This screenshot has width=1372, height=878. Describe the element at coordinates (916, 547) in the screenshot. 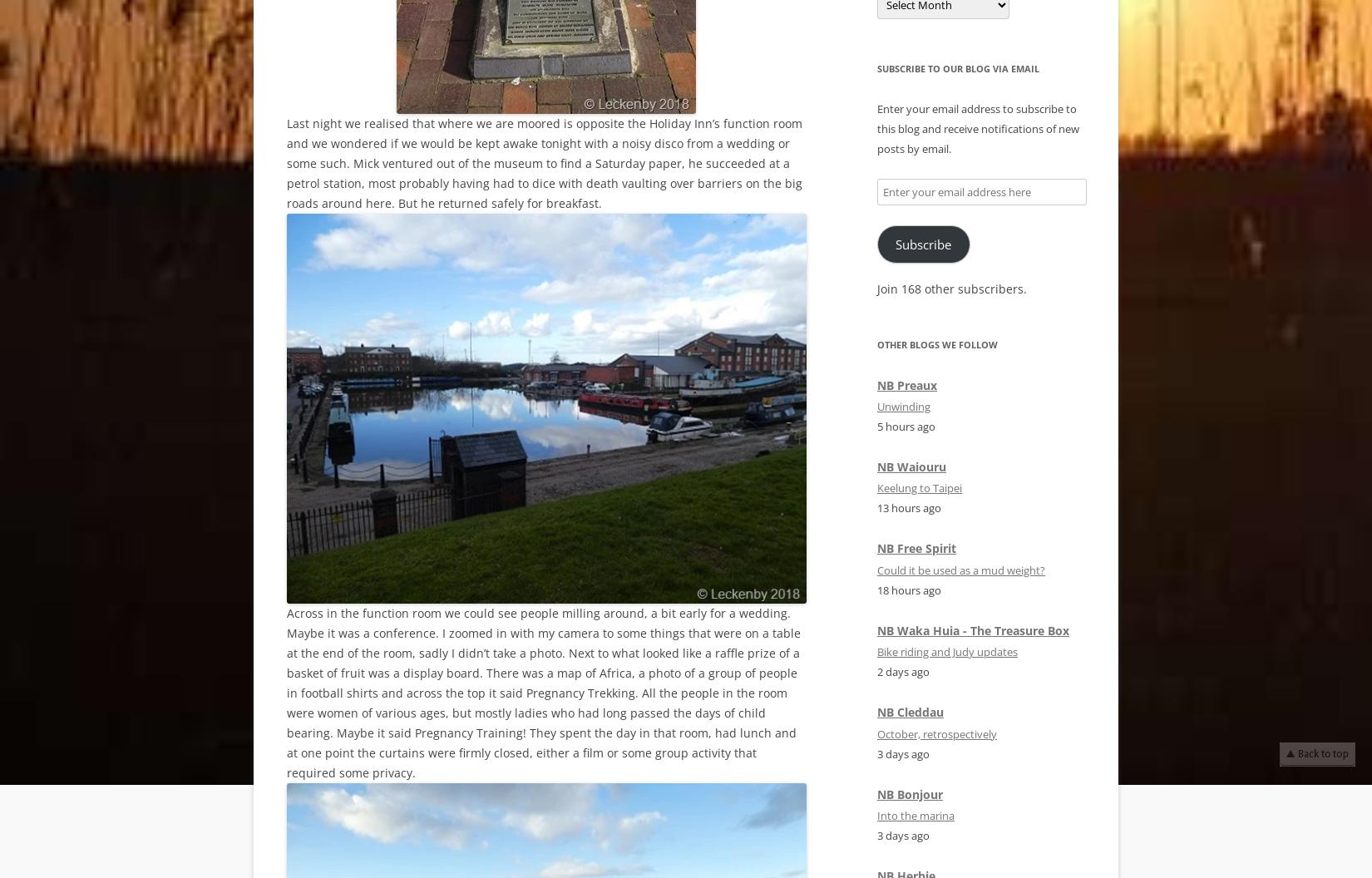

I see `'NB Free Spirit'` at that location.